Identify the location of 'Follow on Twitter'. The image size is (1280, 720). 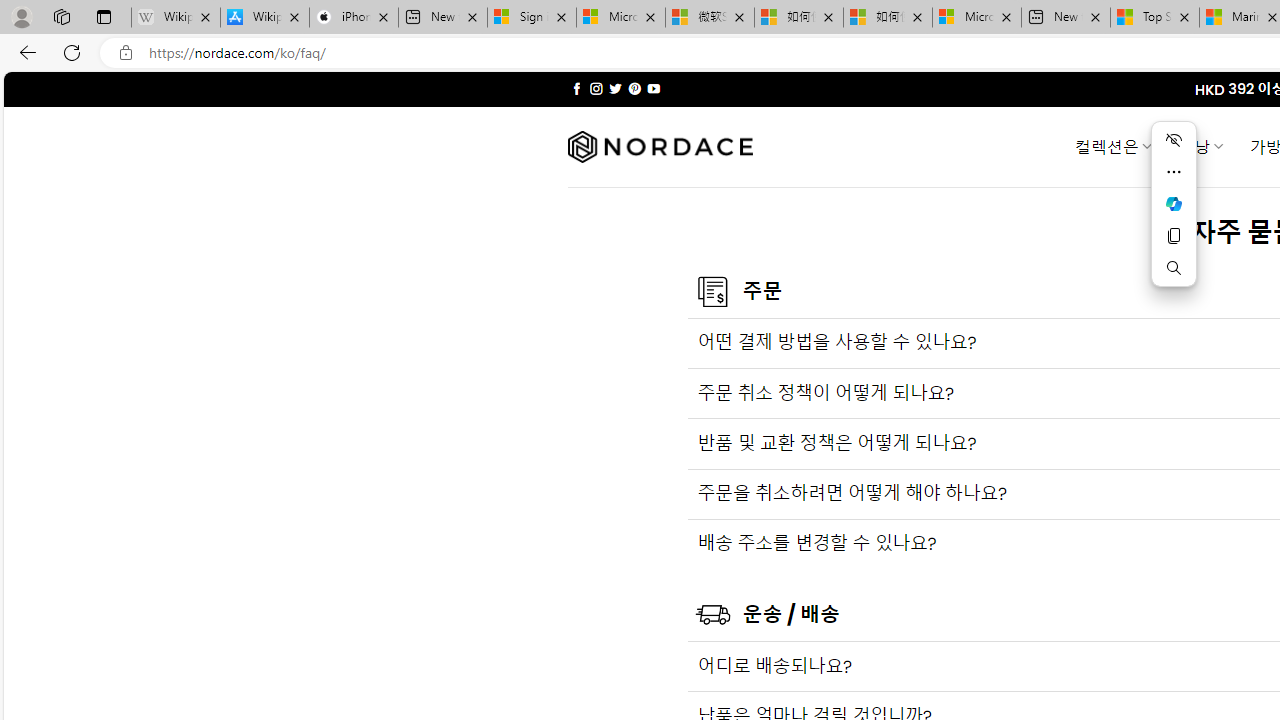
(614, 88).